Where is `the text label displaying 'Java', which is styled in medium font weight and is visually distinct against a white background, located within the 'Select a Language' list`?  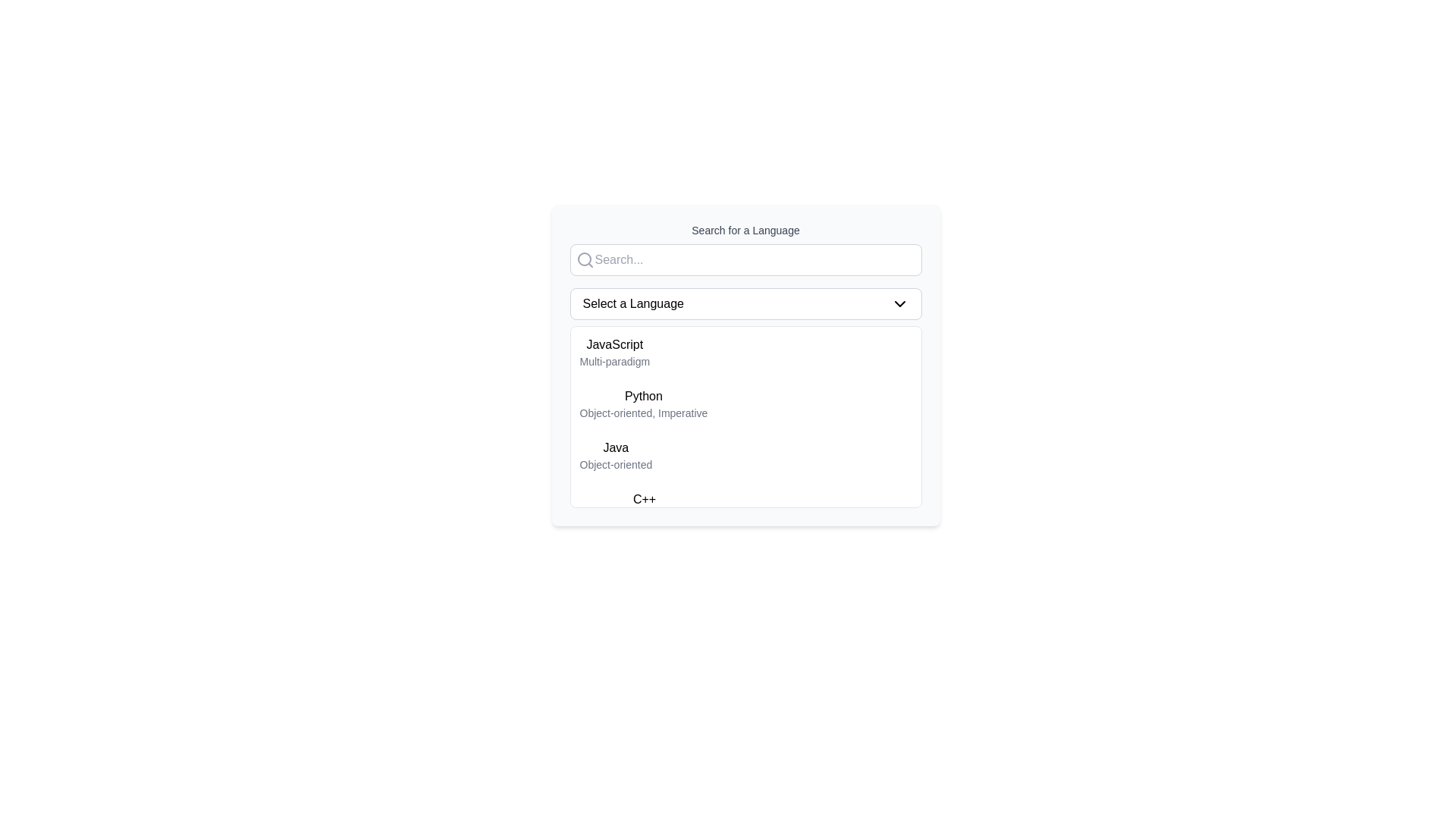
the text label displaying 'Java', which is styled in medium font weight and is visually distinct against a white background, located within the 'Select a Language' list is located at coordinates (616, 447).